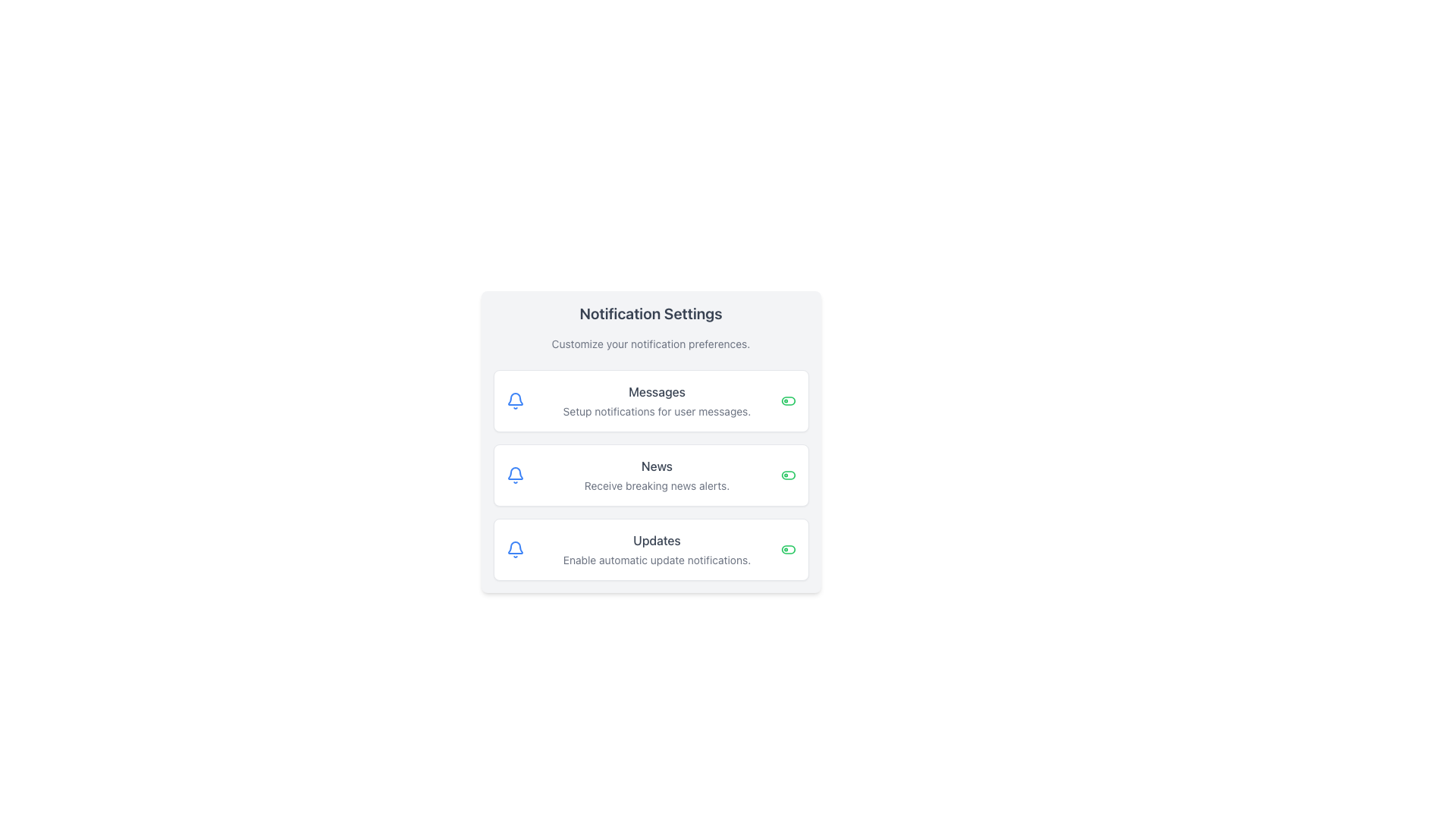 The image size is (1456, 819). Describe the element at coordinates (657, 560) in the screenshot. I see `secondary text located in the 'Updates' section, styled in a smaller gray font beneath the primary heading 'Updates'` at that location.